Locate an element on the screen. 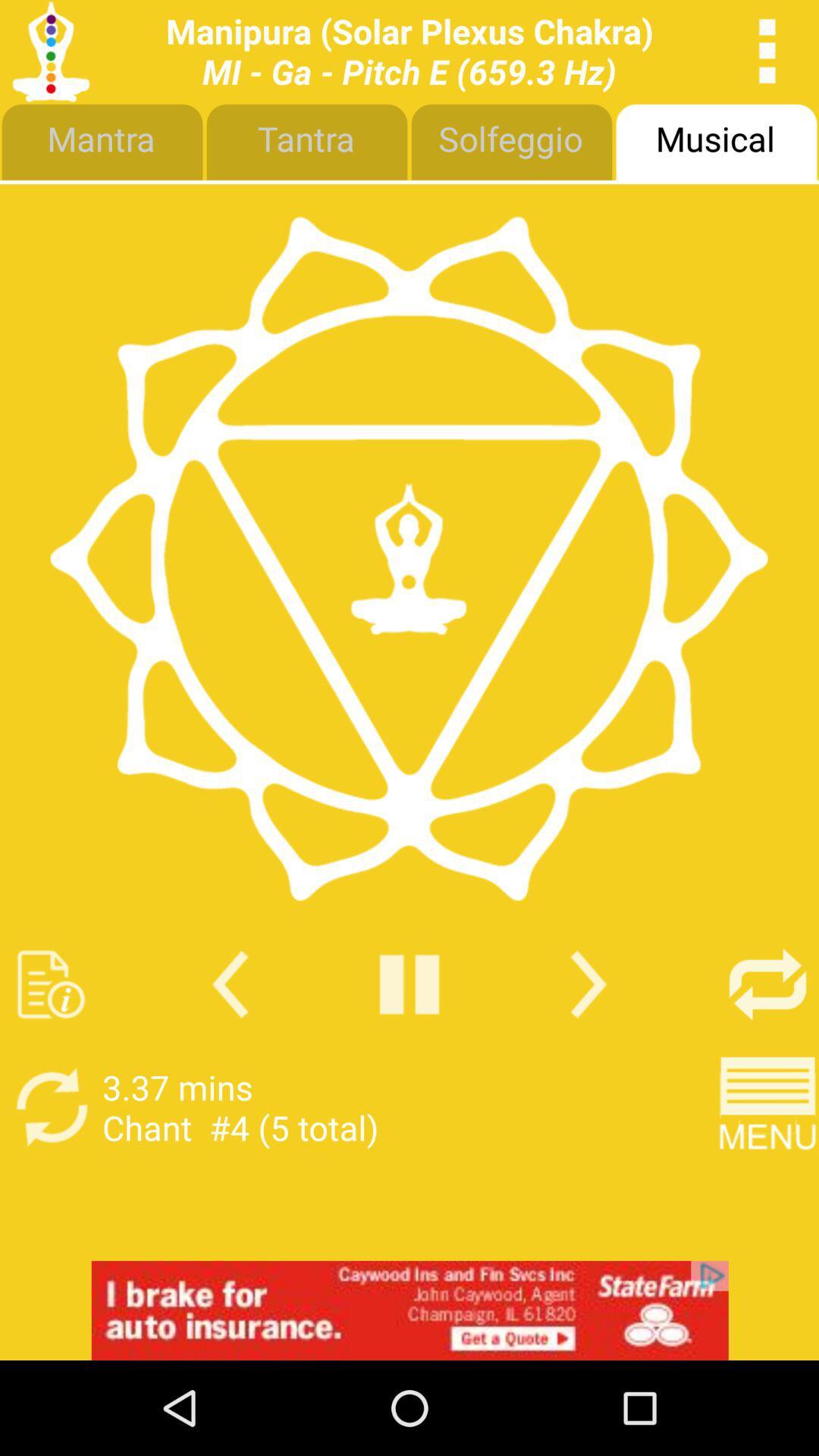 The height and width of the screenshot is (1456, 819). the refresh icon is located at coordinates (50, 1184).